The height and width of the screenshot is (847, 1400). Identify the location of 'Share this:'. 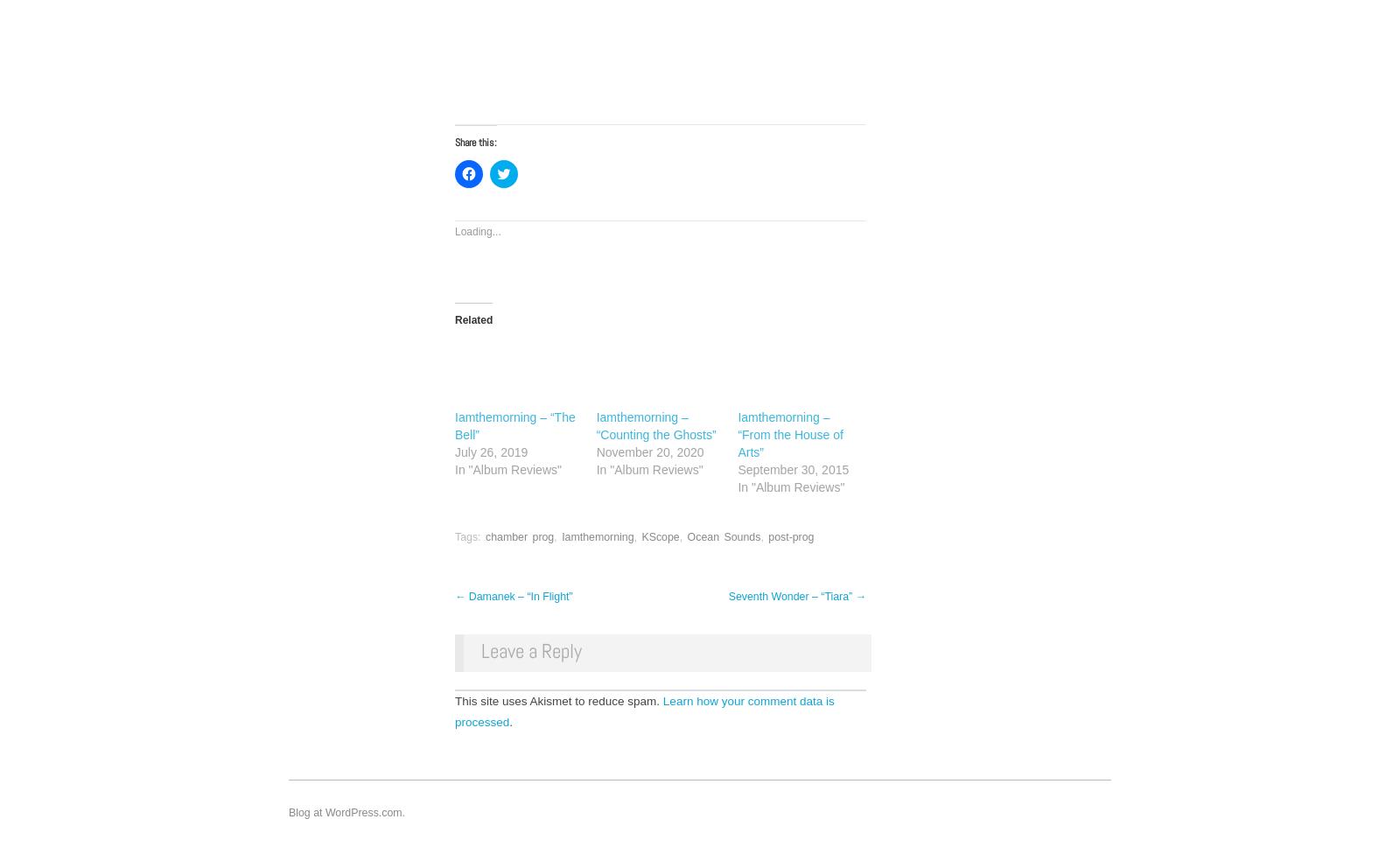
(475, 143).